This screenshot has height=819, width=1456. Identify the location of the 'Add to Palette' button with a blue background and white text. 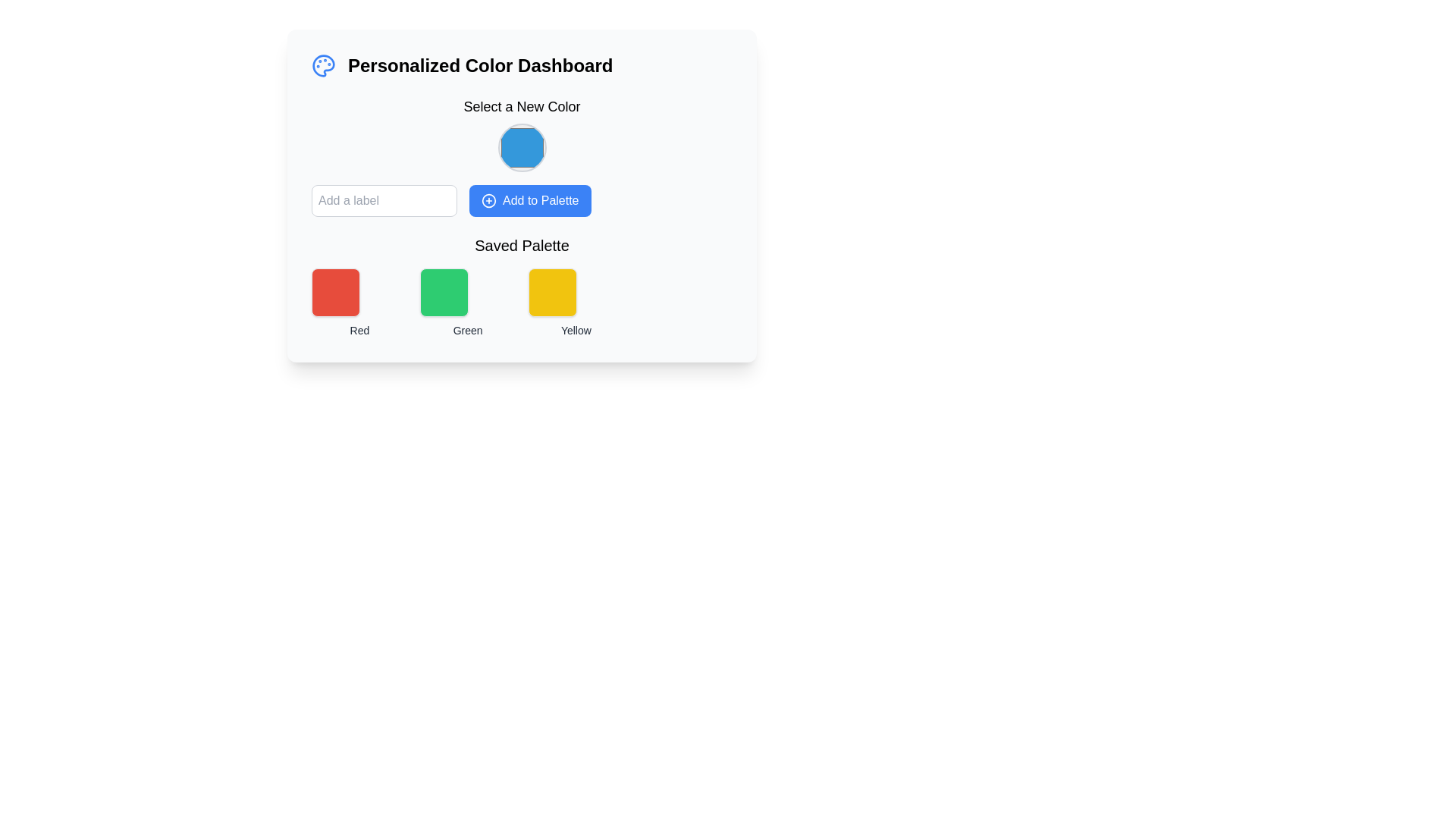
(522, 195).